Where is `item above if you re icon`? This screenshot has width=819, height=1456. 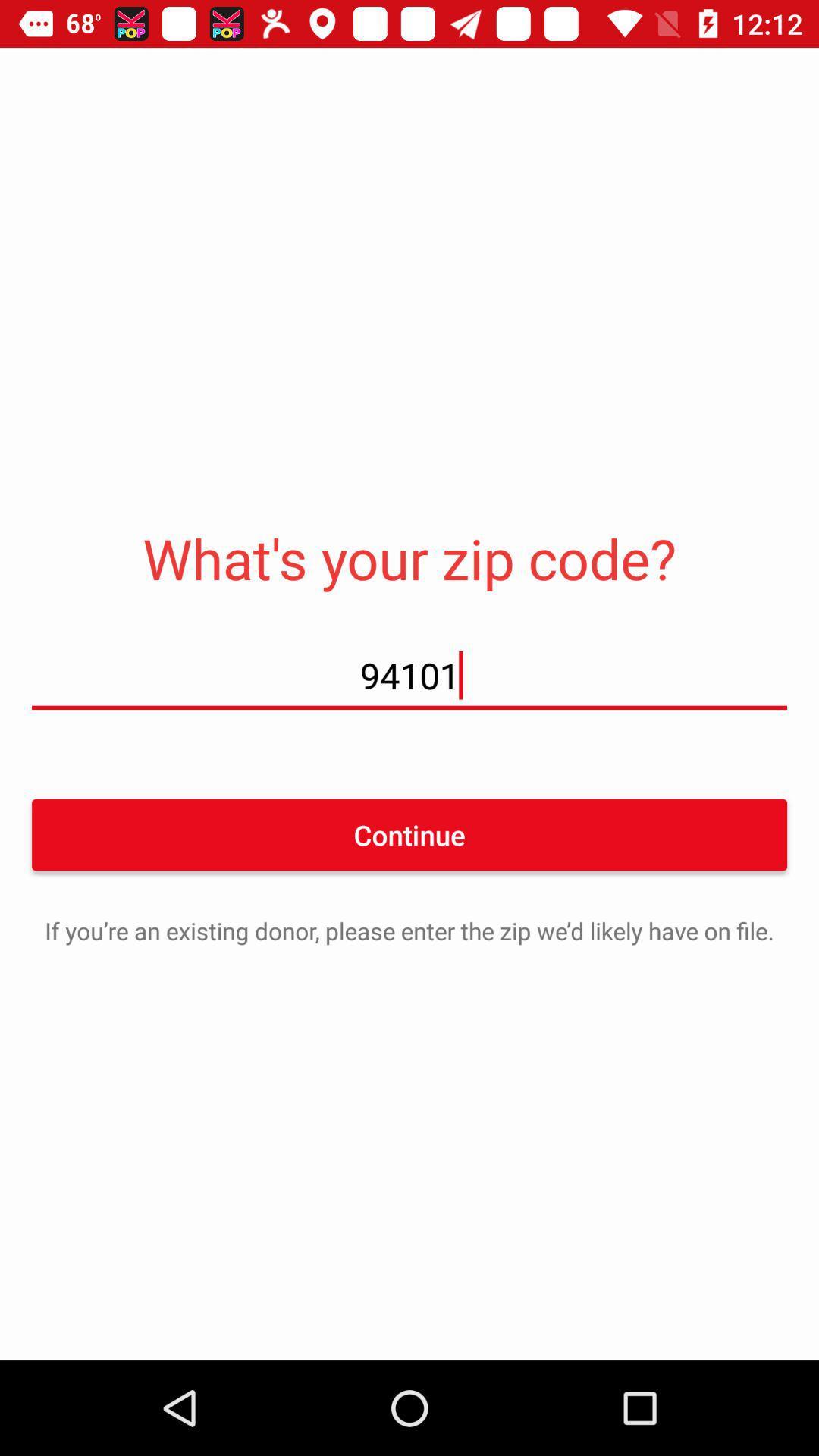
item above if you re icon is located at coordinates (409, 833).